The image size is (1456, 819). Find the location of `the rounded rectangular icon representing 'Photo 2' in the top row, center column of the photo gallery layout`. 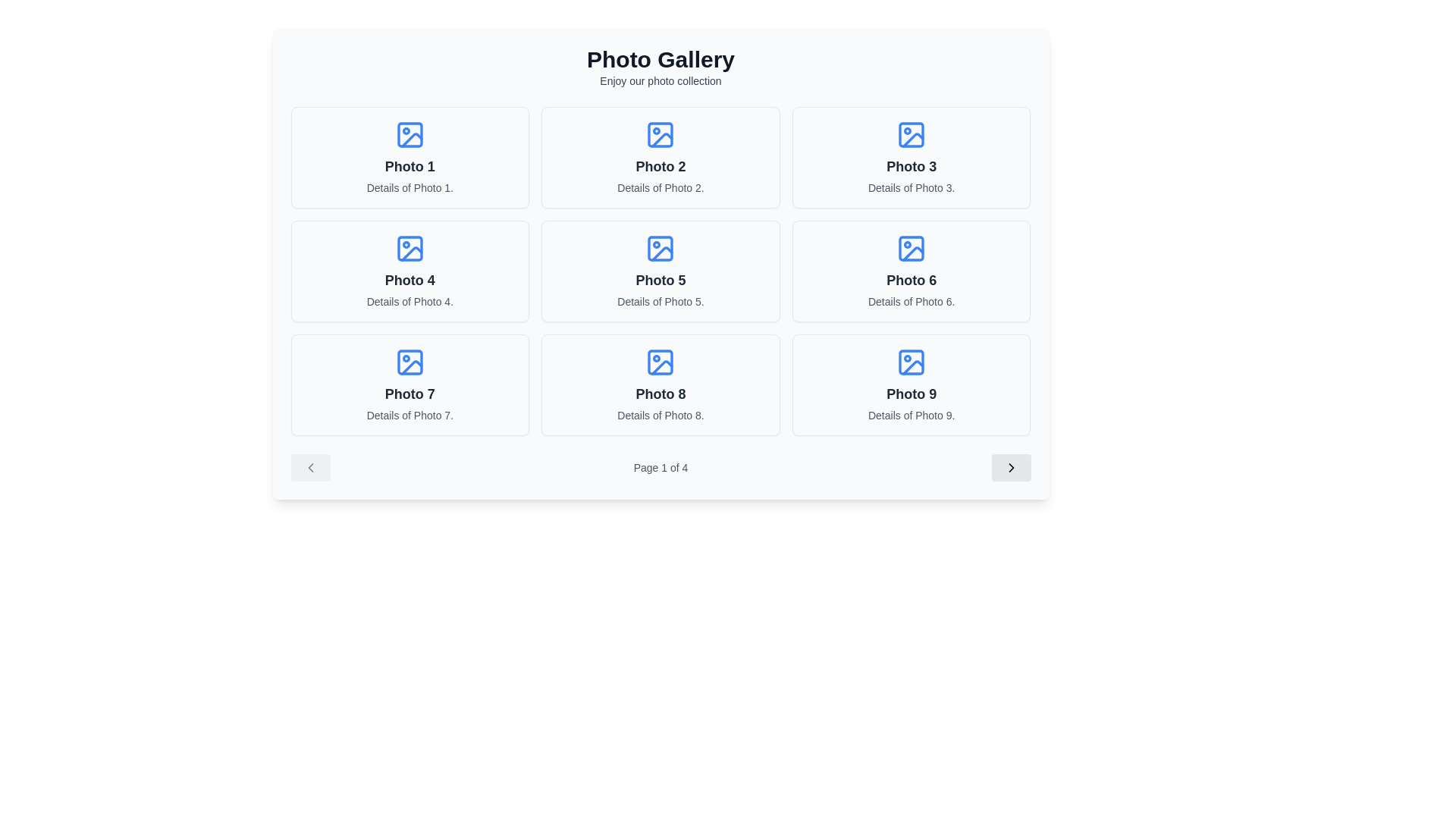

the rounded rectangular icon representing 'Photo 2' in the top row, center column of the photo gallery layout is located at coordinates (661, 133).